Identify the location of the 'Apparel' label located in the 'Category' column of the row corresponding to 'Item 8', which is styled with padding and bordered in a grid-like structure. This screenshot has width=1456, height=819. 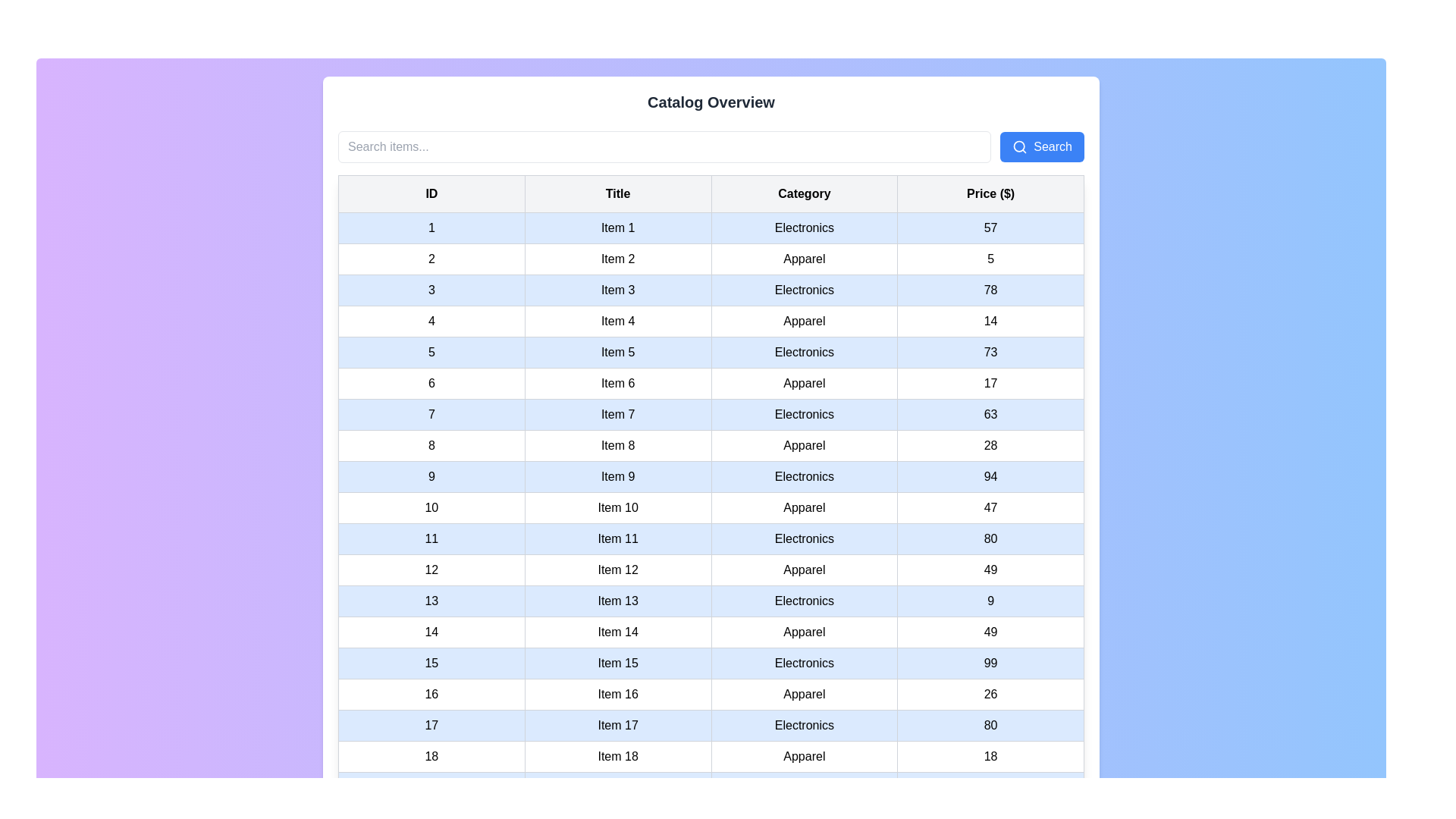
(803, 444).